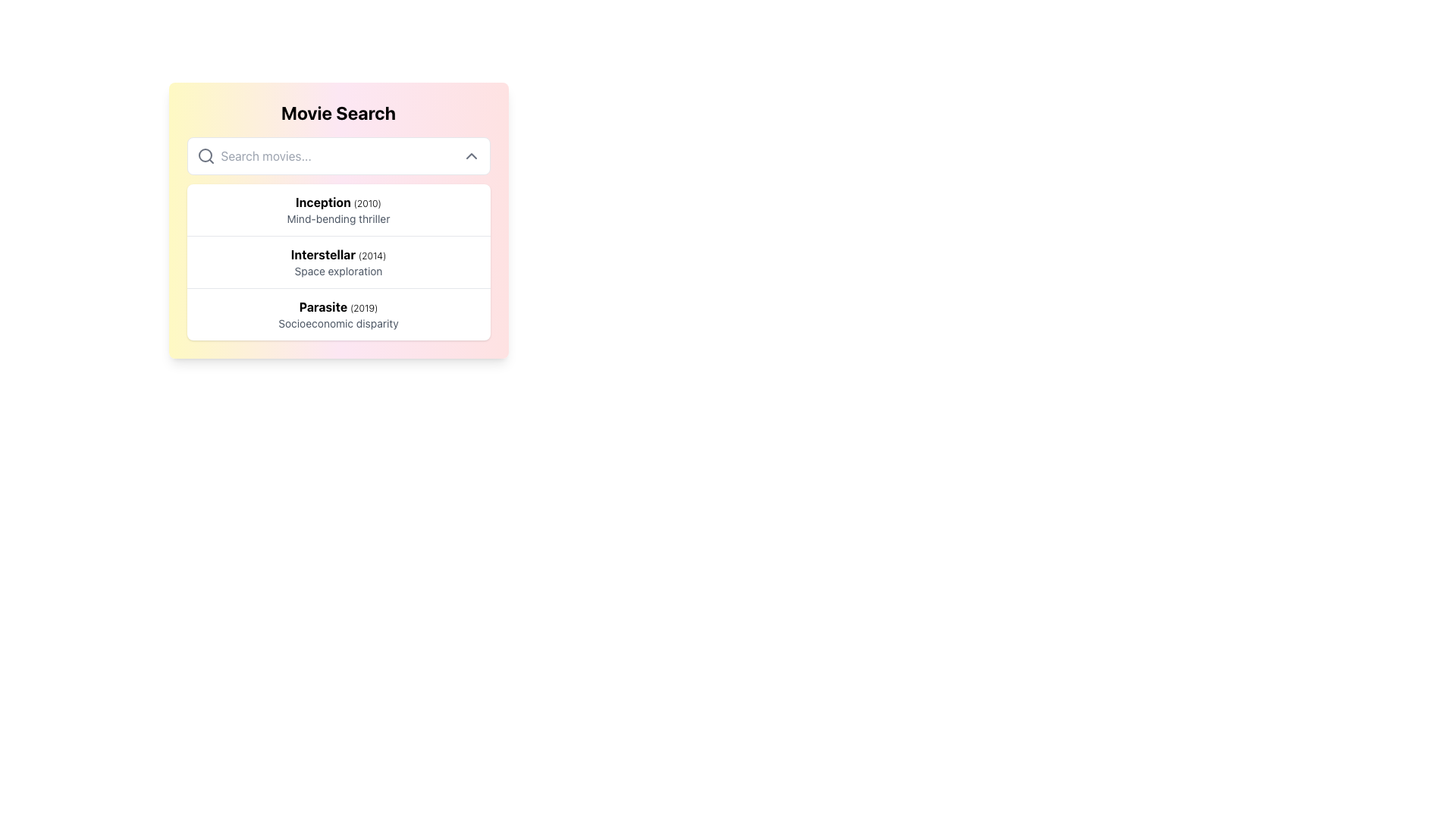  I want to click on the descriptive tagline or genre-related summary, so click(337, 219).